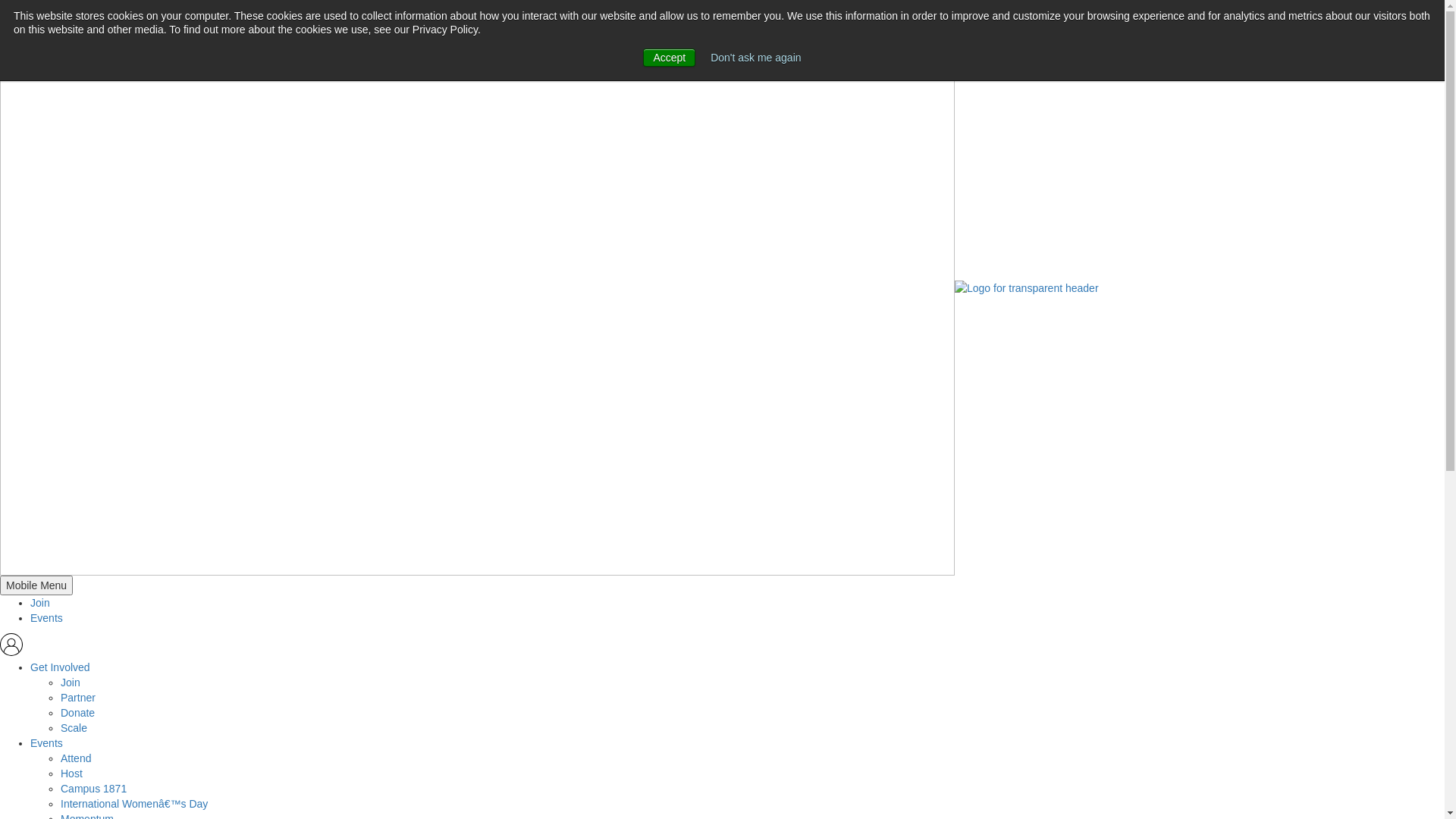 This screenshot has height=819, width=1456. I want to click on 'Events', so click(46, 742).